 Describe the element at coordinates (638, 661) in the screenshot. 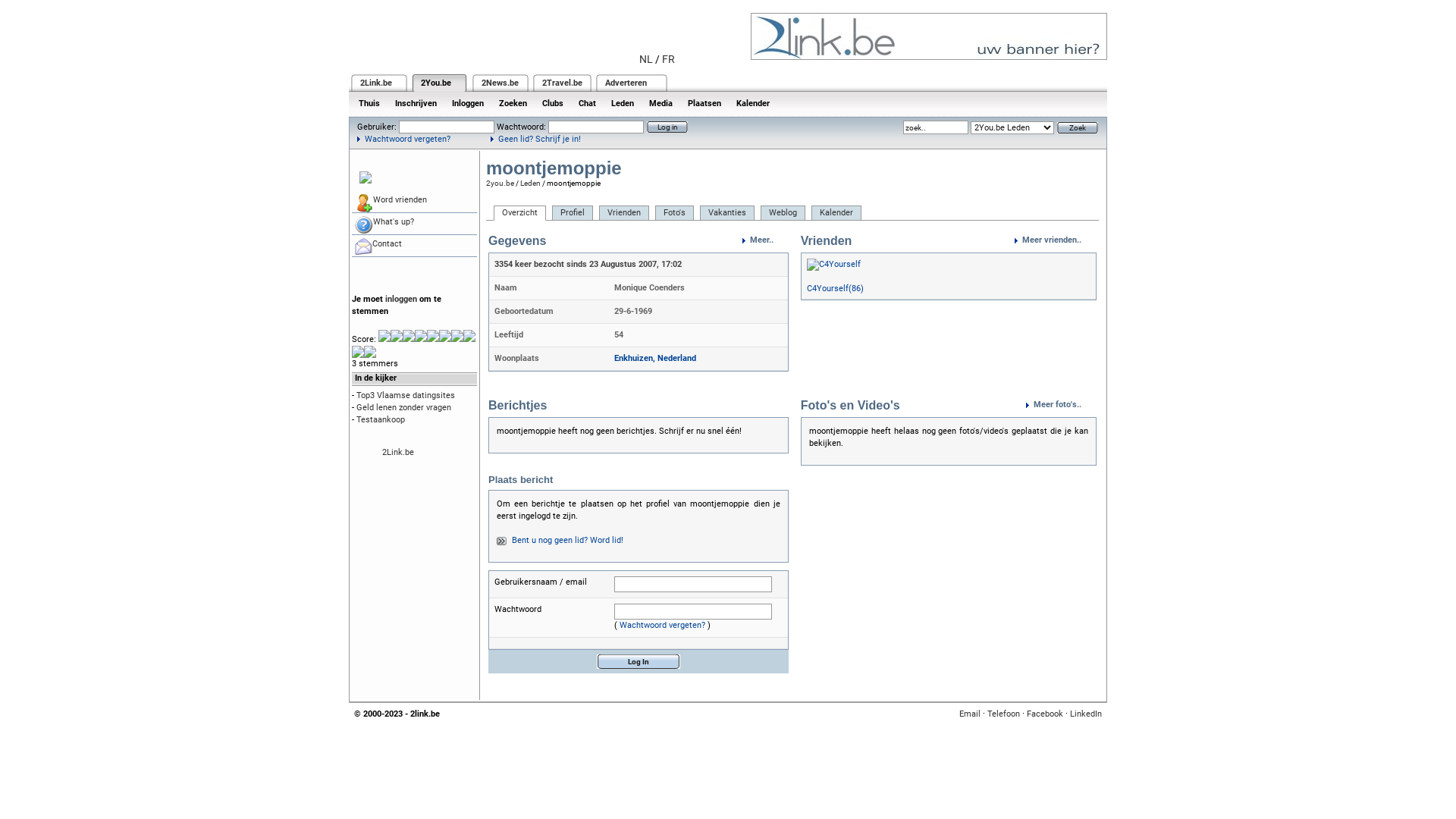

I see `'Log In'` at that location.